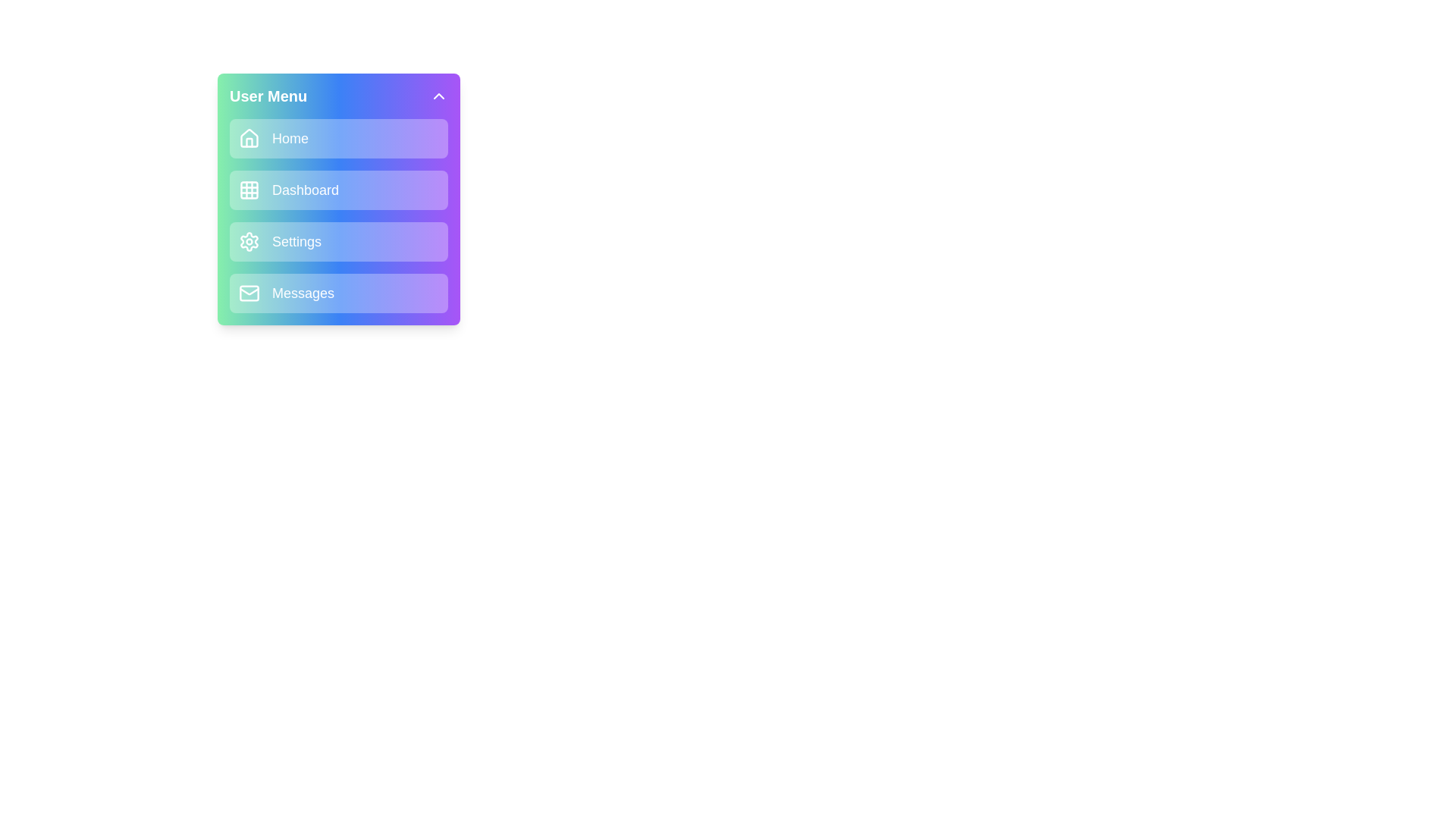  Describe the element at coordinates (337, 189) in the screenshot. I see `the menu item Dashboard to navigate to its corresponding section` at that location.